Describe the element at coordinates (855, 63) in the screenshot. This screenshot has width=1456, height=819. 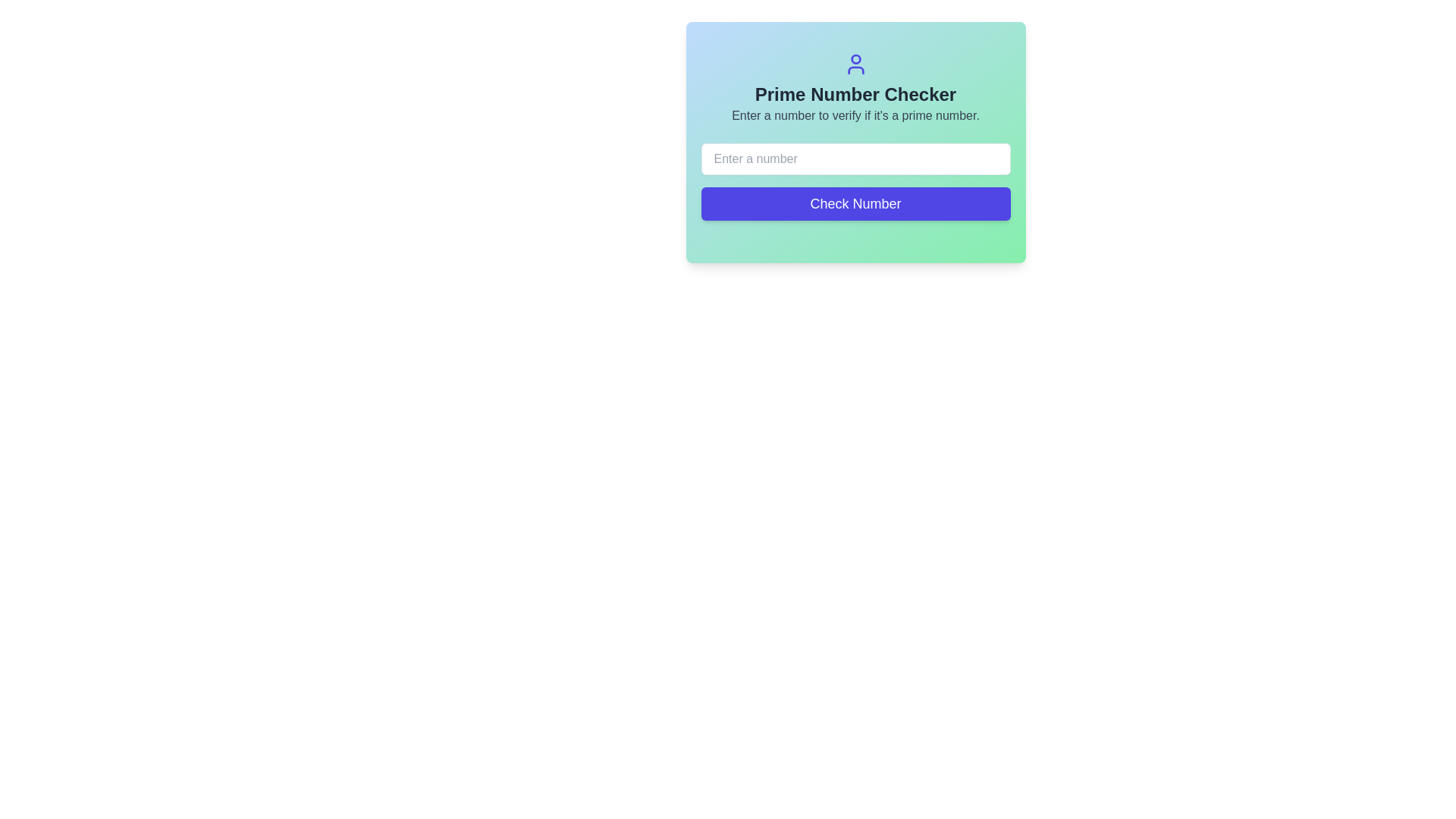
I see `the decorative icon that signifies a user or profile theme, positioned above the title text 'Prime Number Checker' within the panel` at that location.